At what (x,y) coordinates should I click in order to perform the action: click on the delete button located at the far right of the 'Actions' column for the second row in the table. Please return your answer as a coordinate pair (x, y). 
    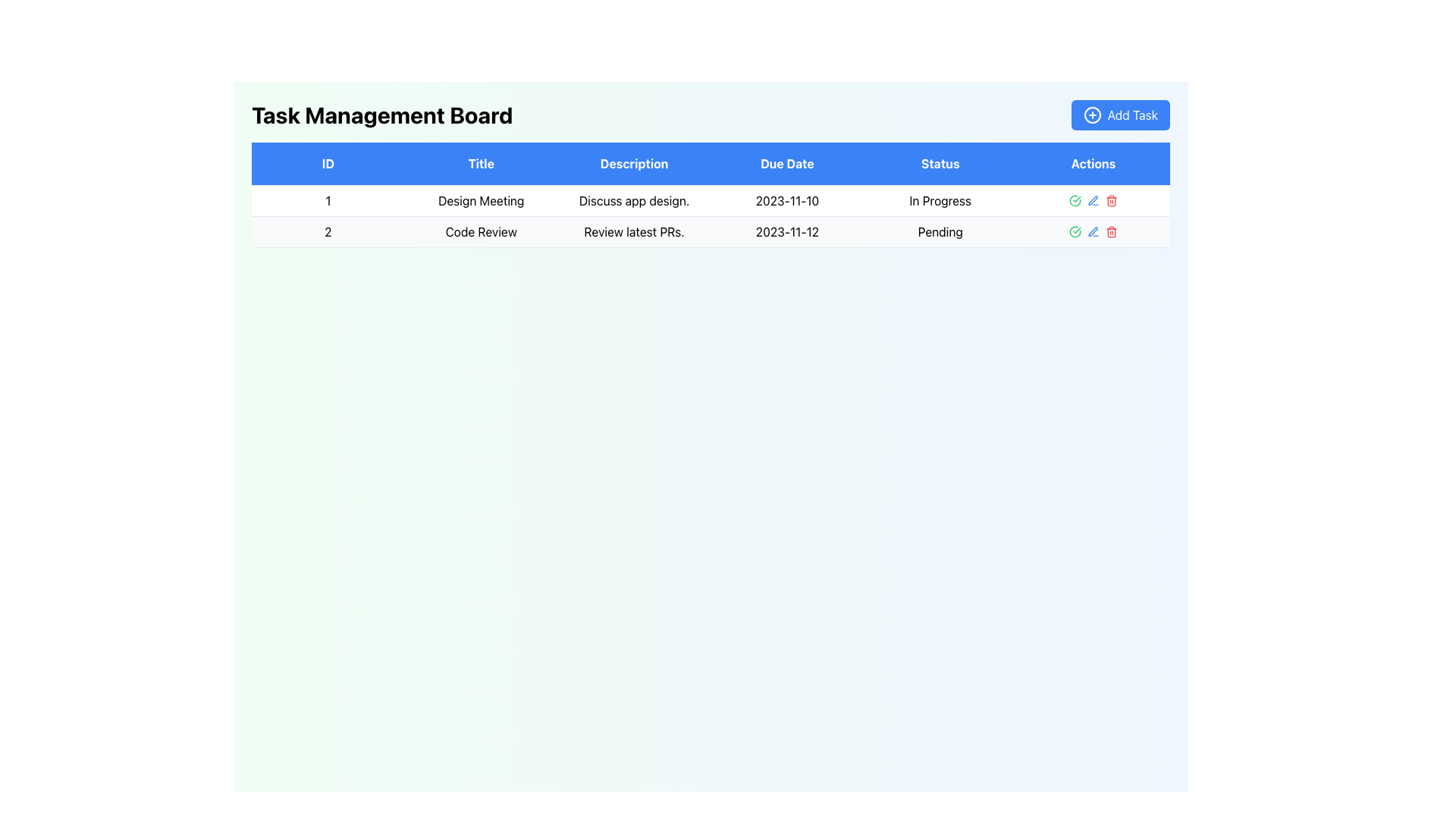
    Looking at the image, I should click on (1112, 200).